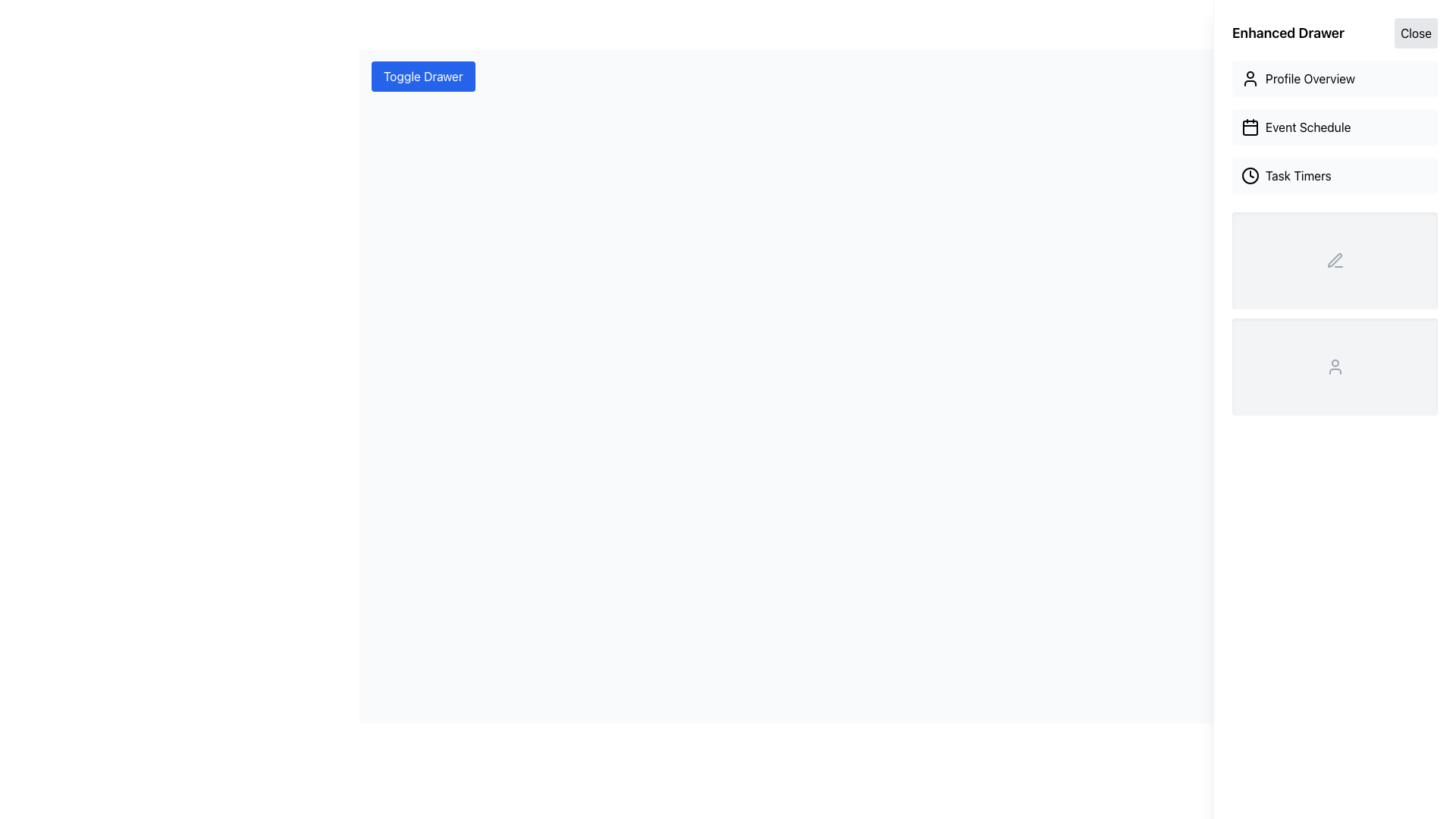  What do you see at coordinates (1415, 33) in the screenshot?
I see `the close button located in the top-right corner of the 'Enhanced Drawer' panel` at bounding box center [1415, 33].